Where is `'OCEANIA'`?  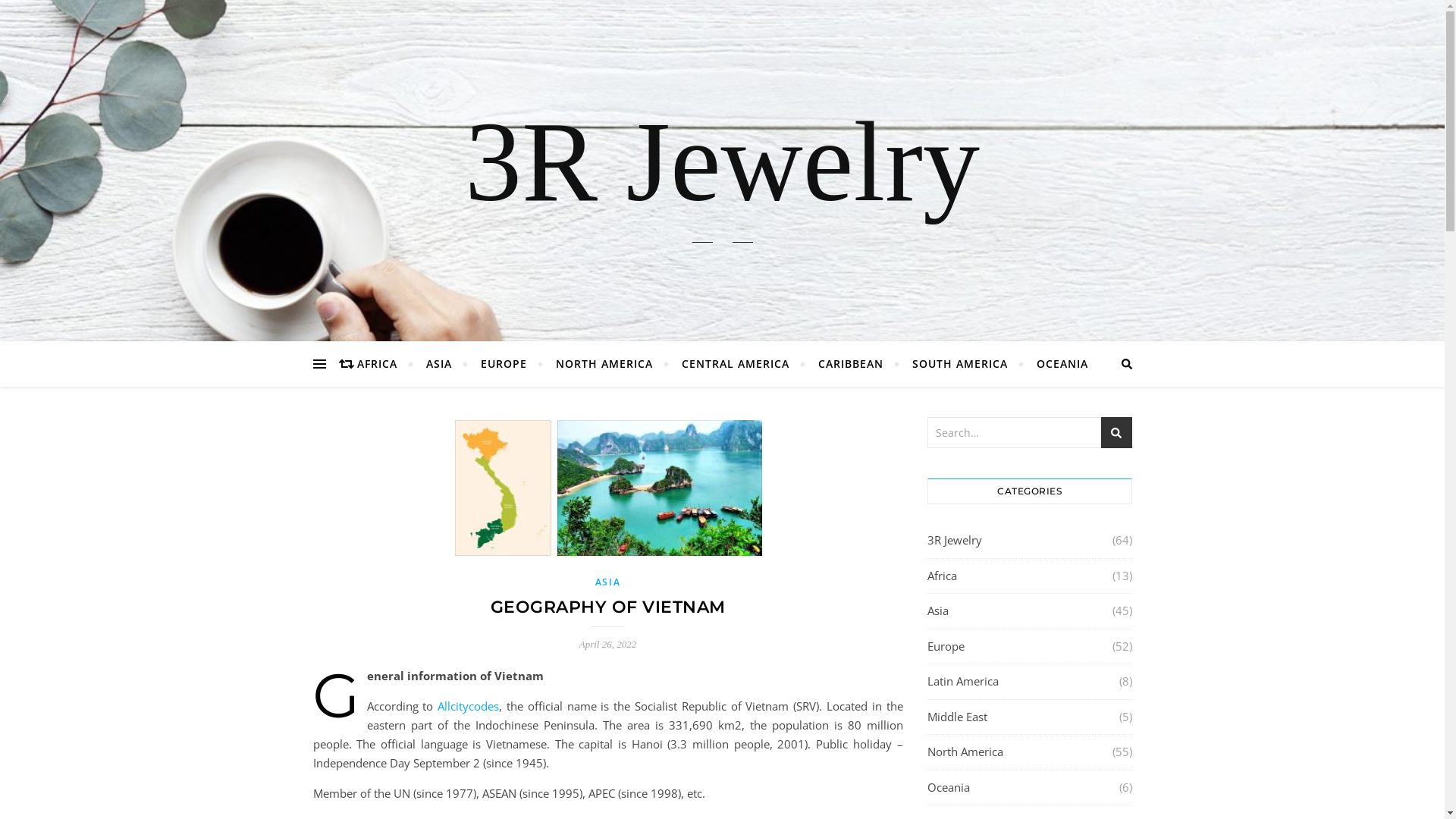
'OCEANIA' is located at coordinates (1055, 363).